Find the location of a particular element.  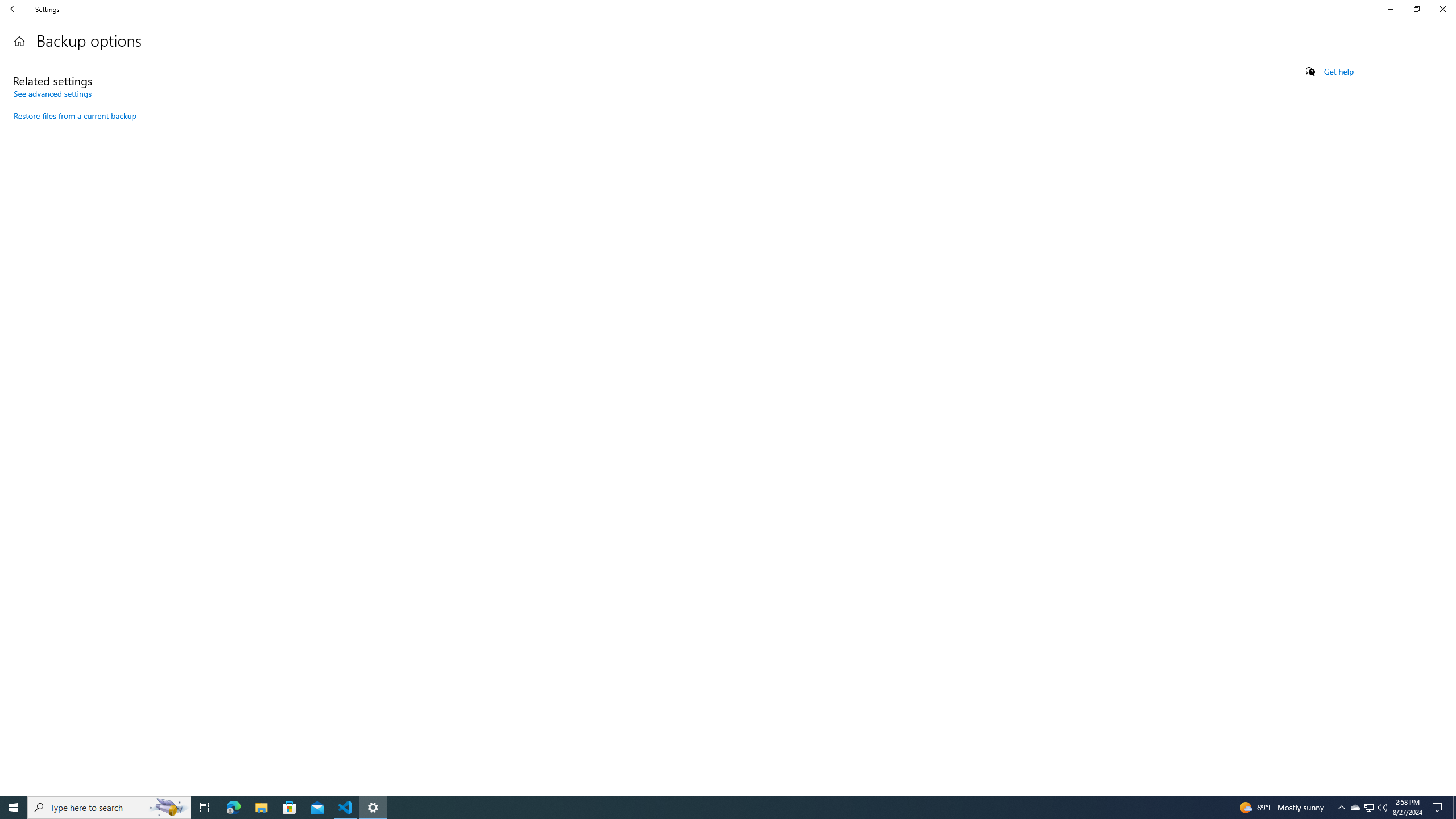

'Minimize Settings' is located at coordinates (1389, 9).